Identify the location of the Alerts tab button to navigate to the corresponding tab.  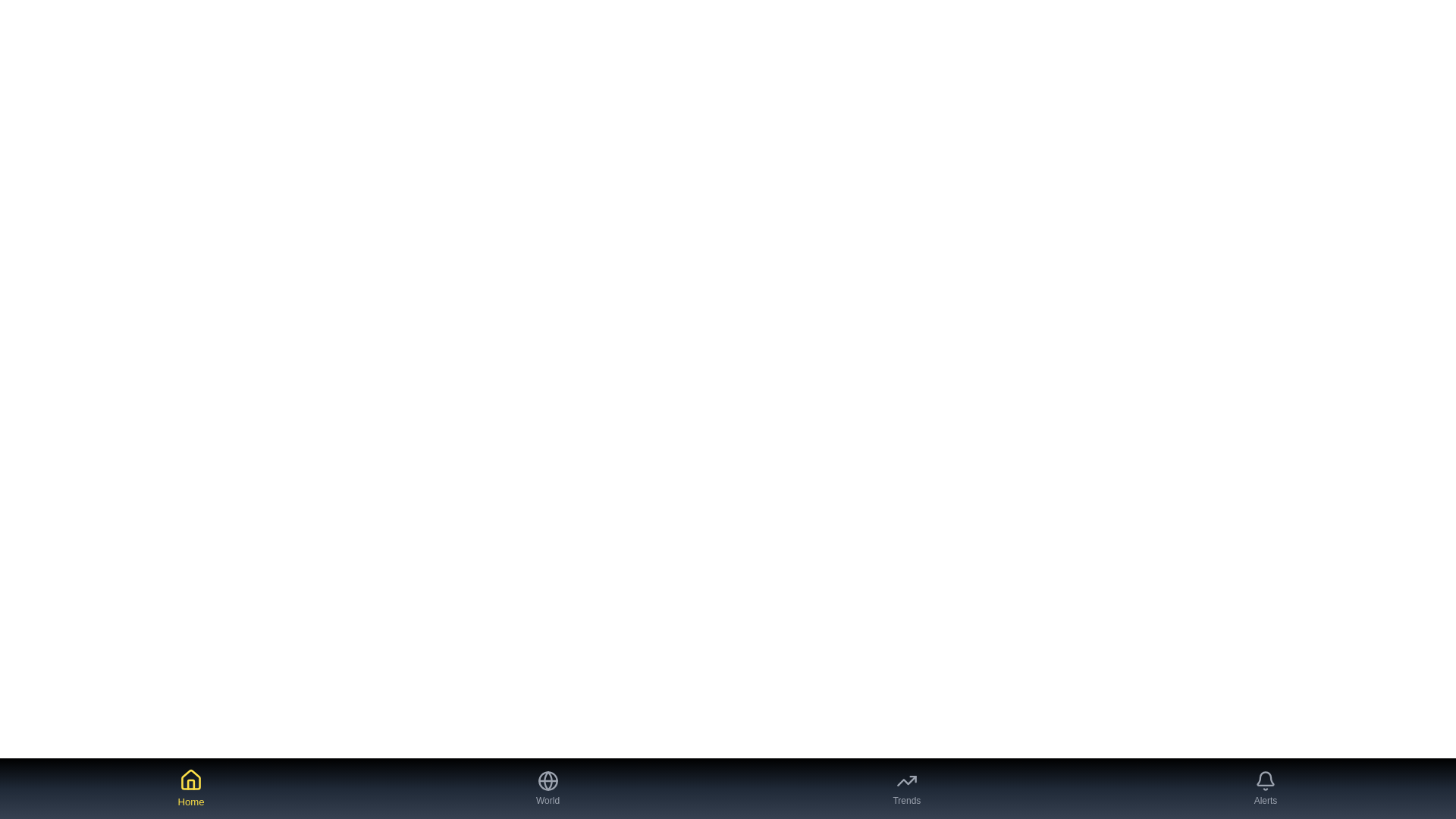
(1265, 788).